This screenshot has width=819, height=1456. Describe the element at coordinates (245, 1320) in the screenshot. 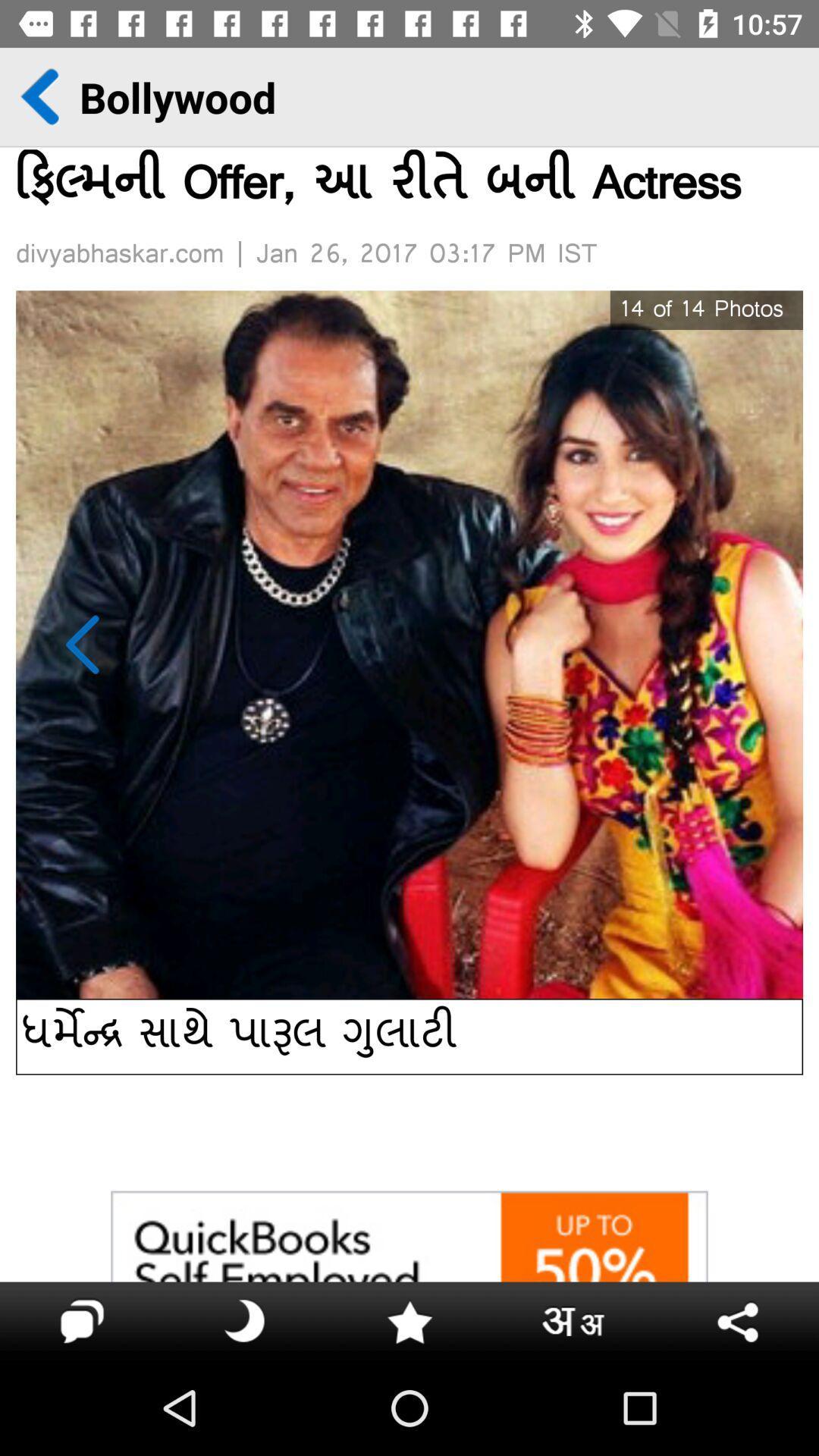

I see `the icon on the right next next to the chat icon on the bottom left corner of the web page` at that location.